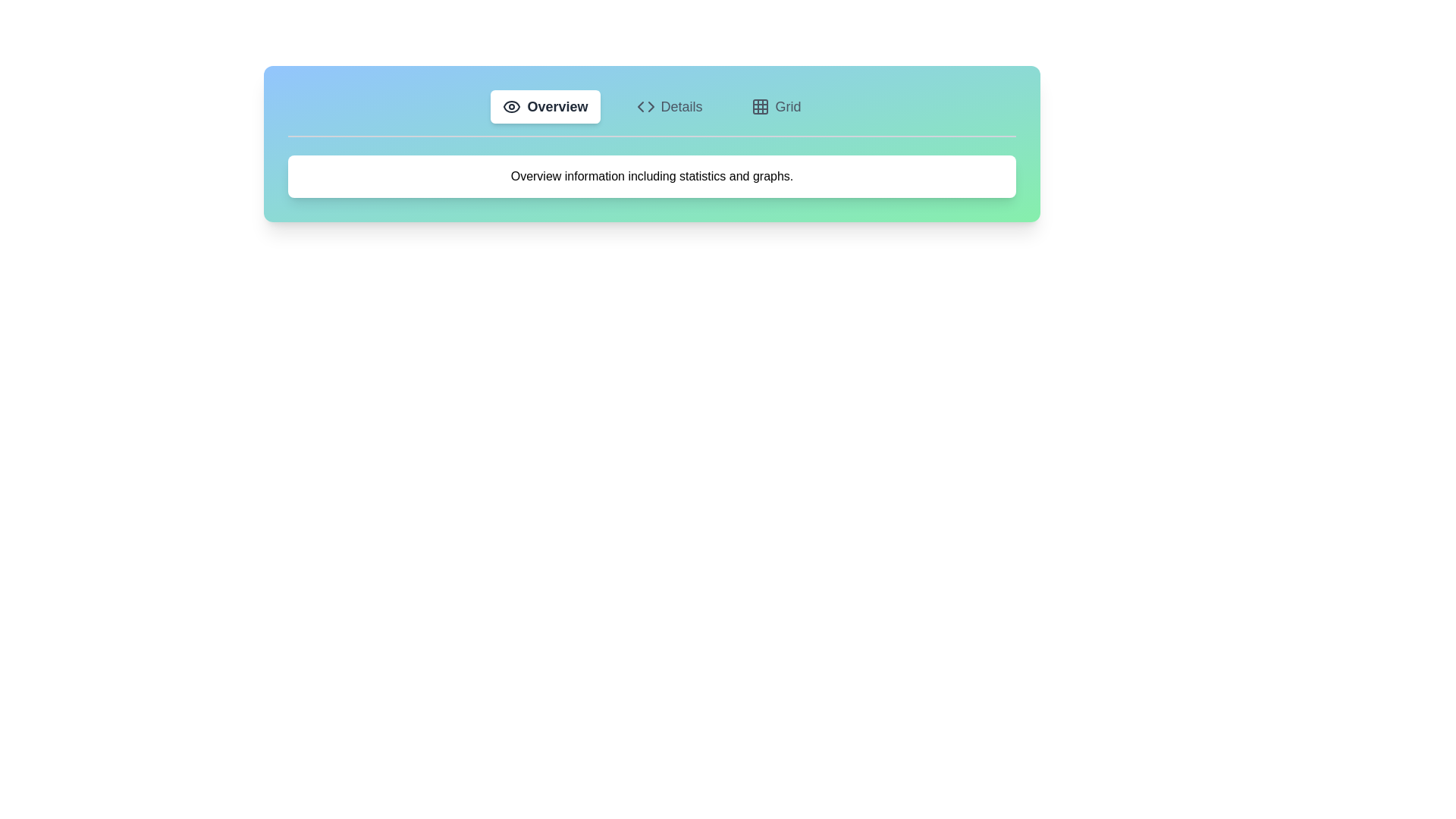 The height and width of the screenshot is (819, 1456). I want to click on the Grid tab by clicking its button, so click(775, 106).